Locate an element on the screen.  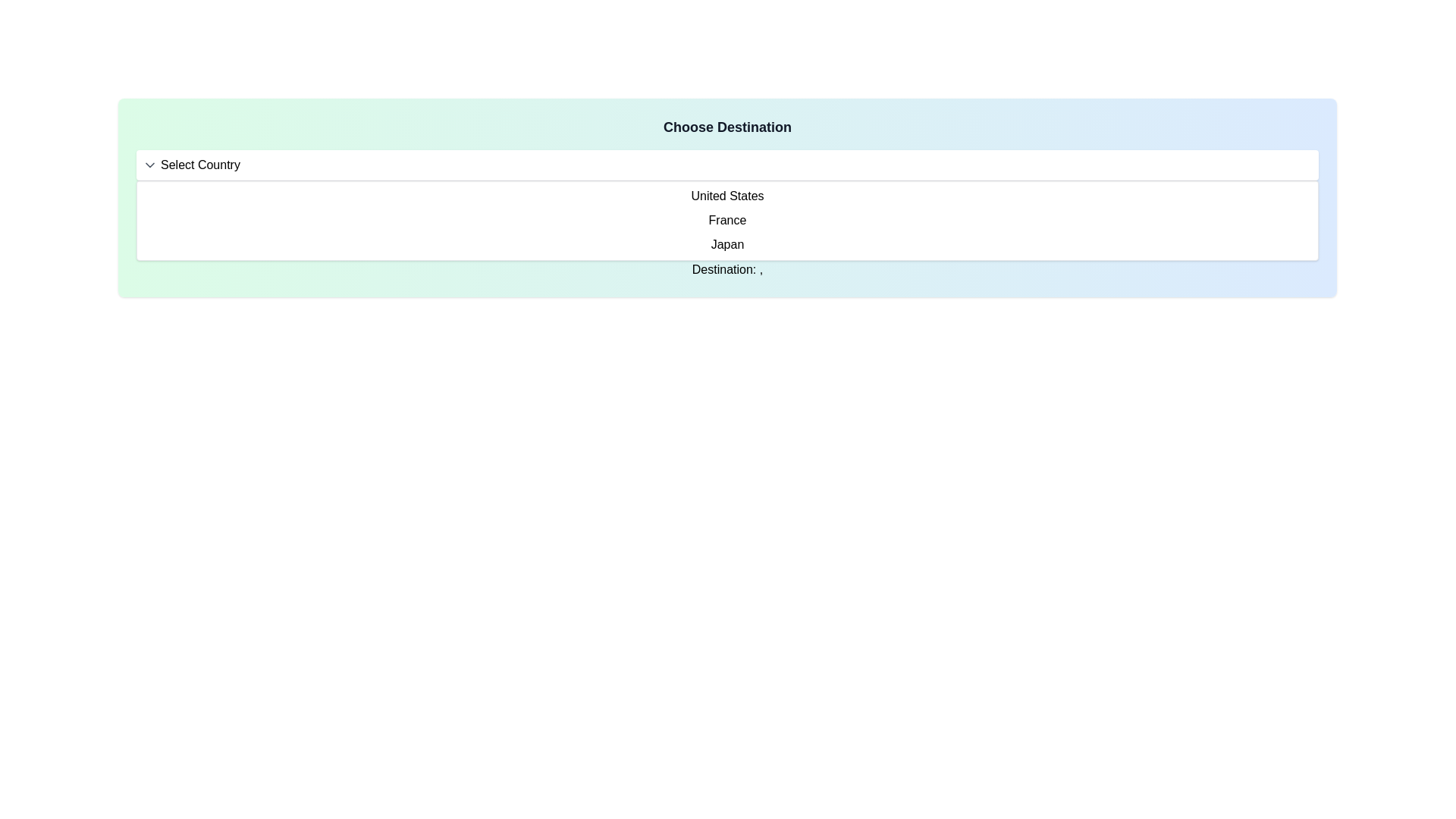
the selectable list item labeled 'United States' is located at coordinates (726, 195).